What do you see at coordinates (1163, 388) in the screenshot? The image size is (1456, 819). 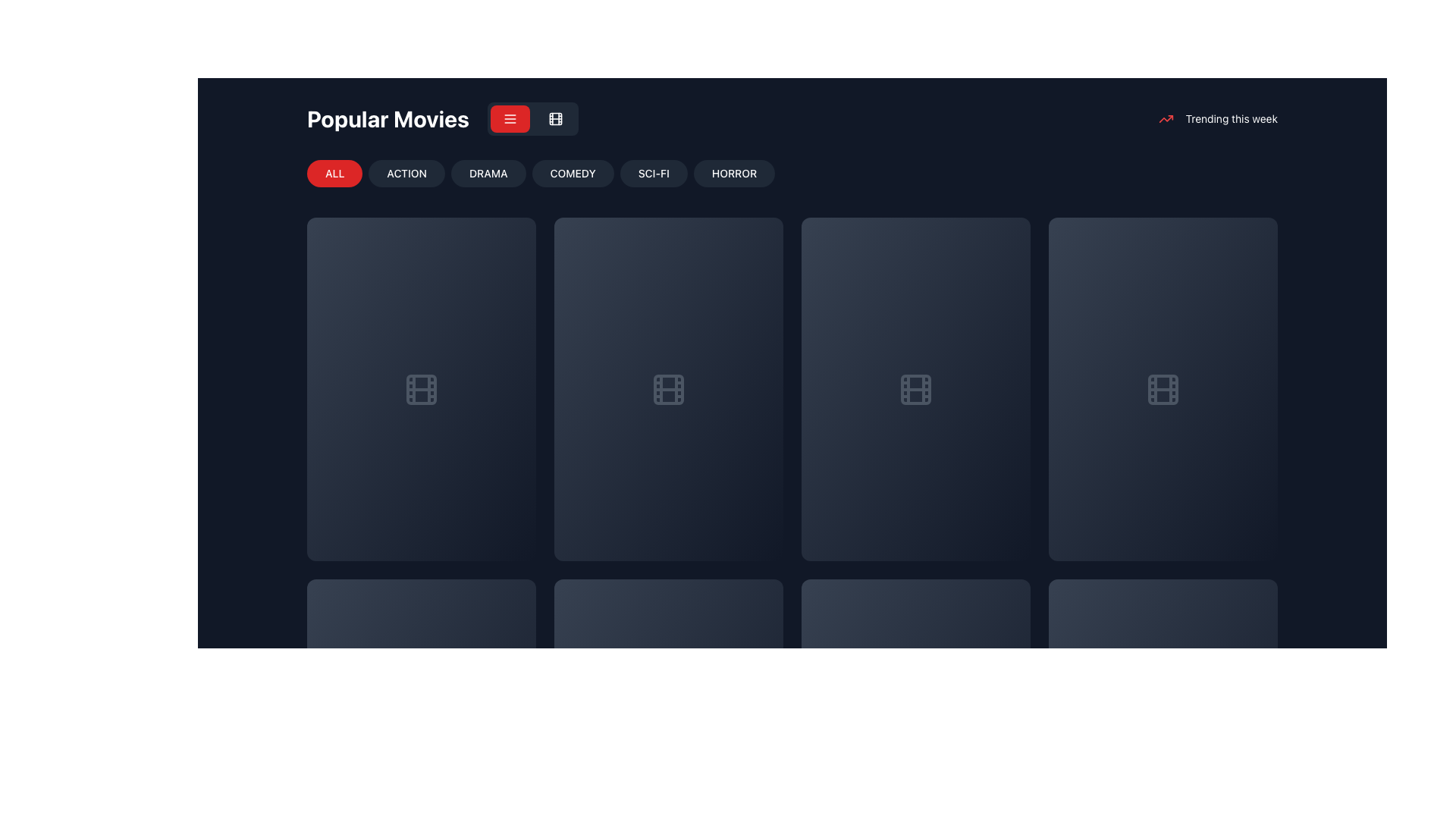 I see `the movie card located as the fourth item` at bounding box center [1163, 388].